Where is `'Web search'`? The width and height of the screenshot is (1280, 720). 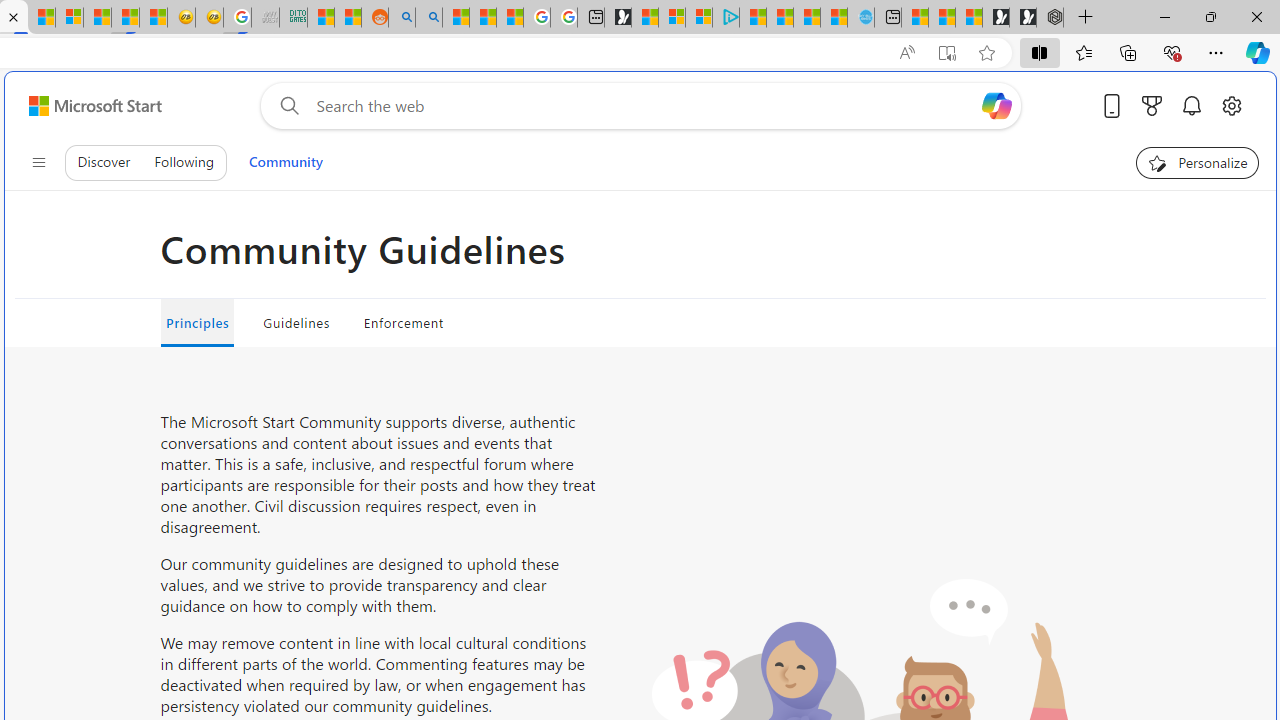
'Web search' is located at coordinates (284, 105).